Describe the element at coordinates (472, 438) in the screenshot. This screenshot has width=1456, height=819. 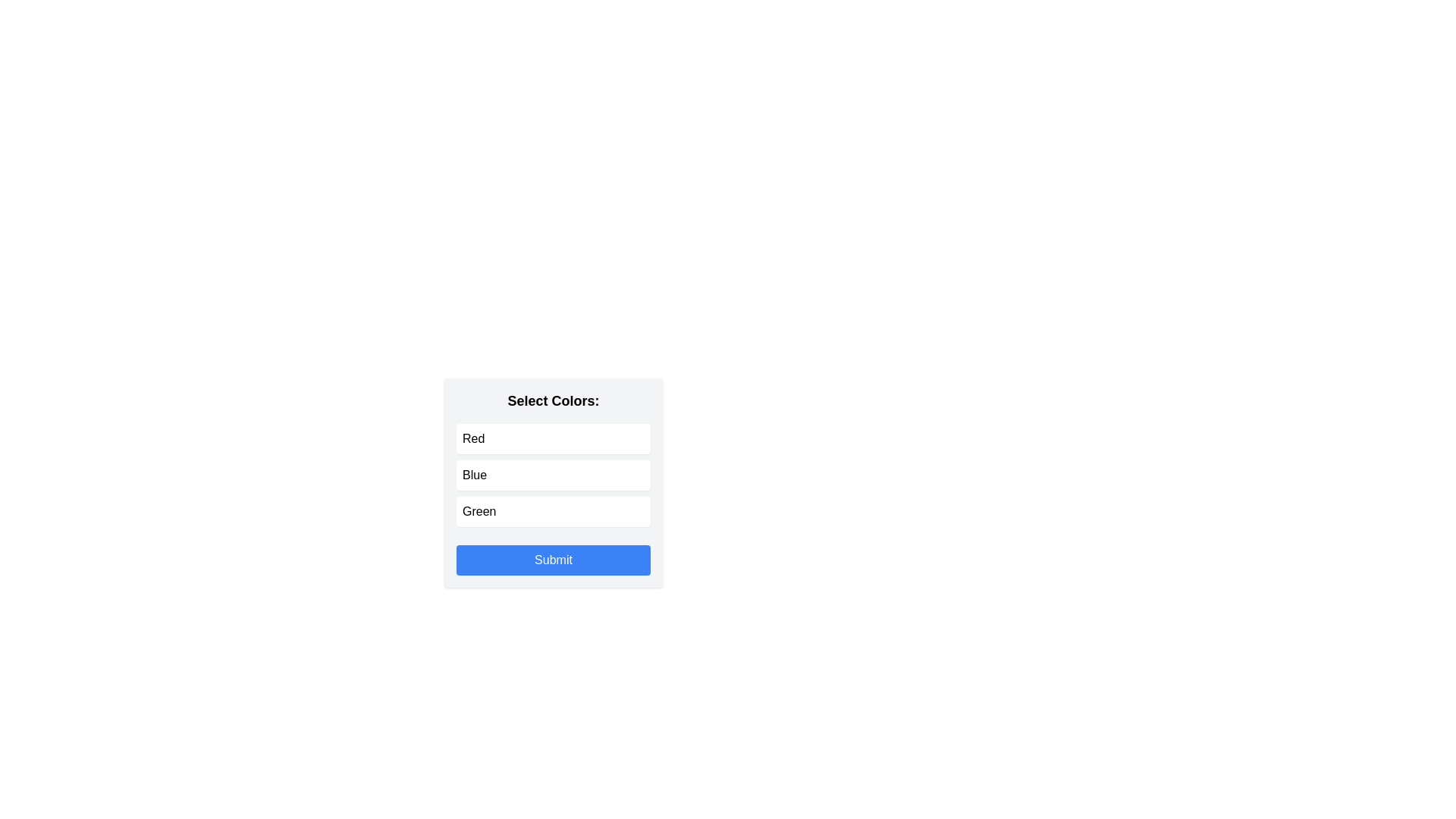
I see `the Label element displaying the text 'Red' in a bold, black font, which is styled to resemble an interactive item and located below the header 'Select Colors:' in a card-style layout` at that location.